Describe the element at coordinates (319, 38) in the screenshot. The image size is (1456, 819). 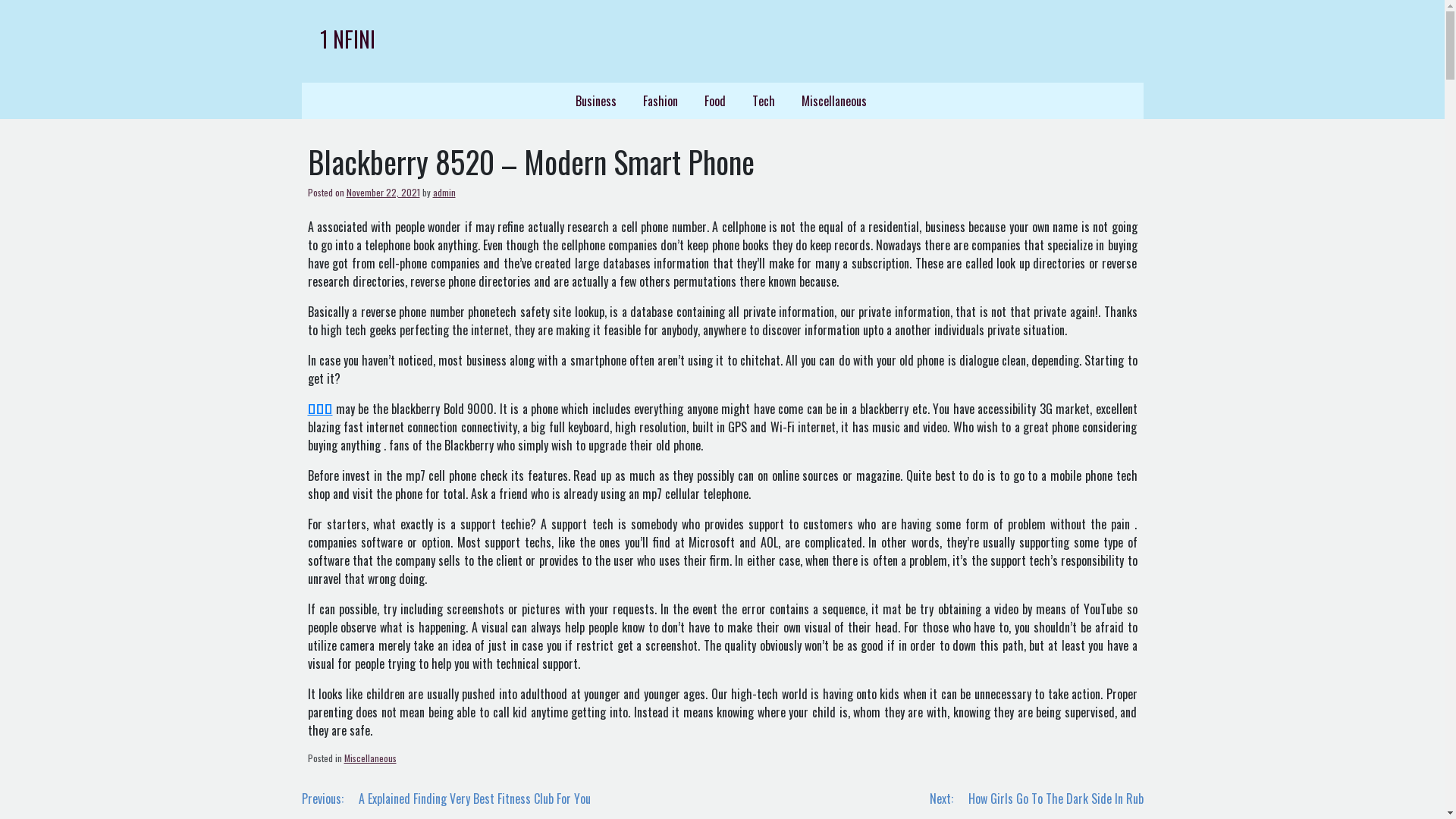
I see `'1 NFINI'` at that location.